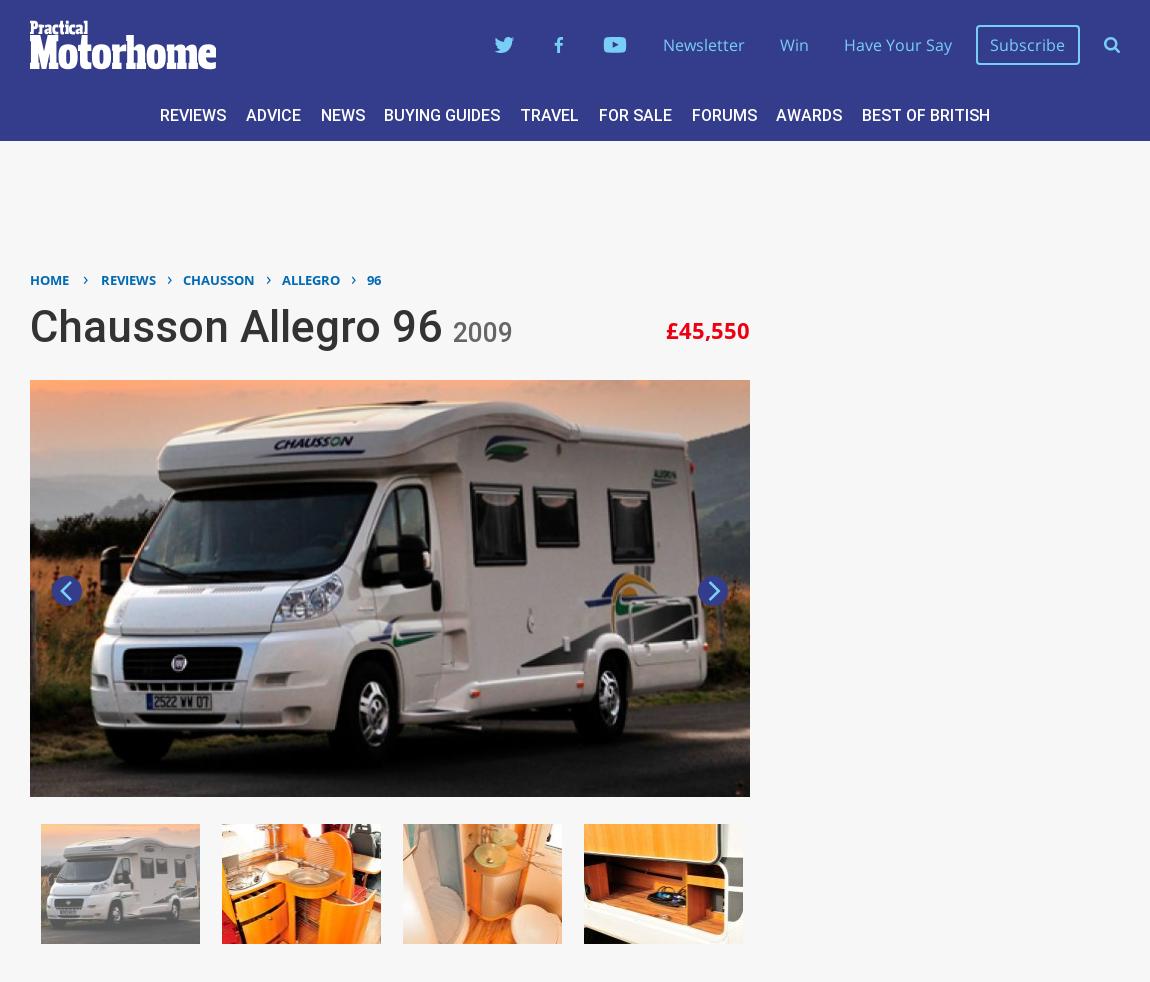 This screenshot has height=982, width=1150. I want to click on '2009', so click(481, 332).